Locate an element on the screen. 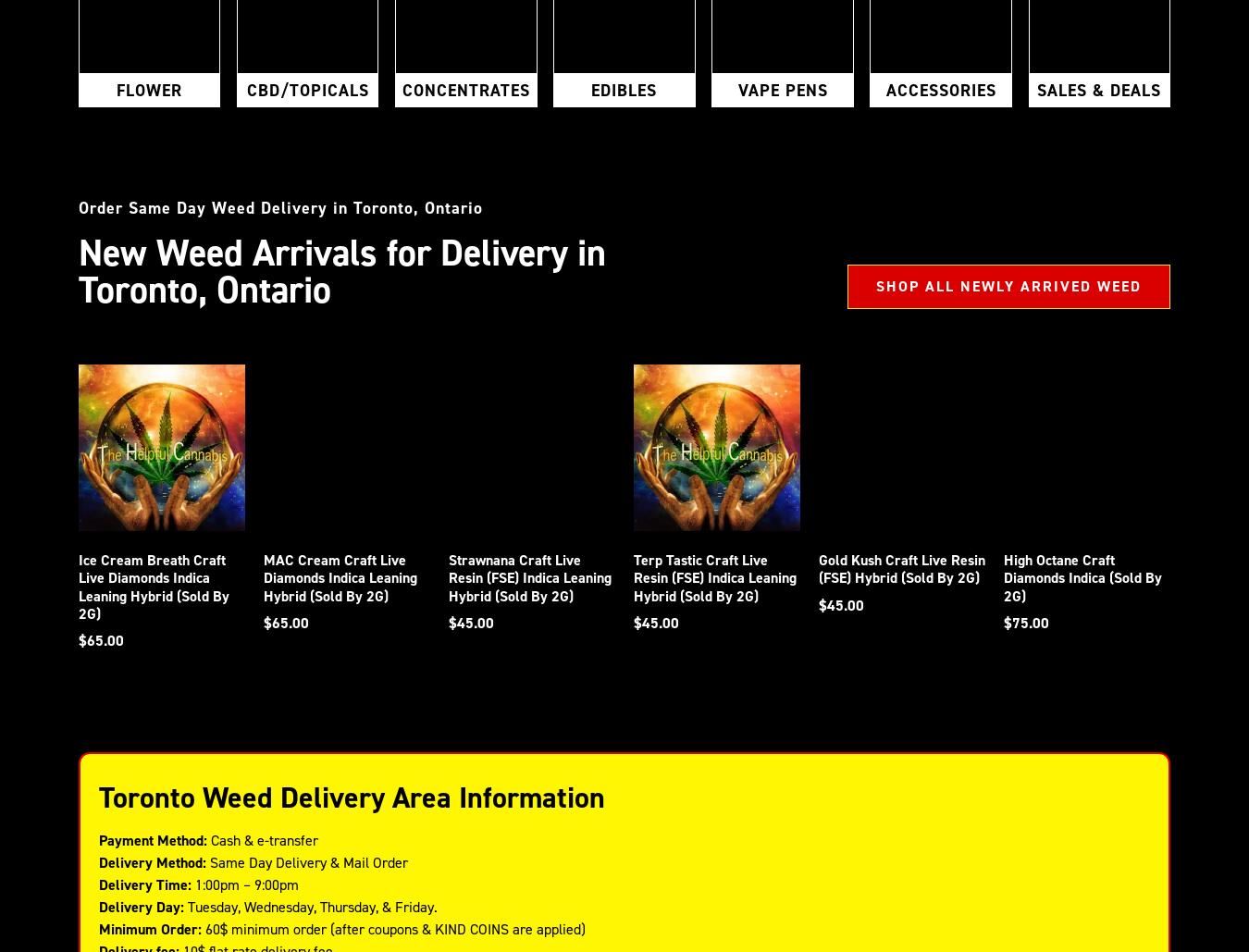 This screenshot has width=1249, height=952. 'Vape Pens' is located at coordinates (782, 89).